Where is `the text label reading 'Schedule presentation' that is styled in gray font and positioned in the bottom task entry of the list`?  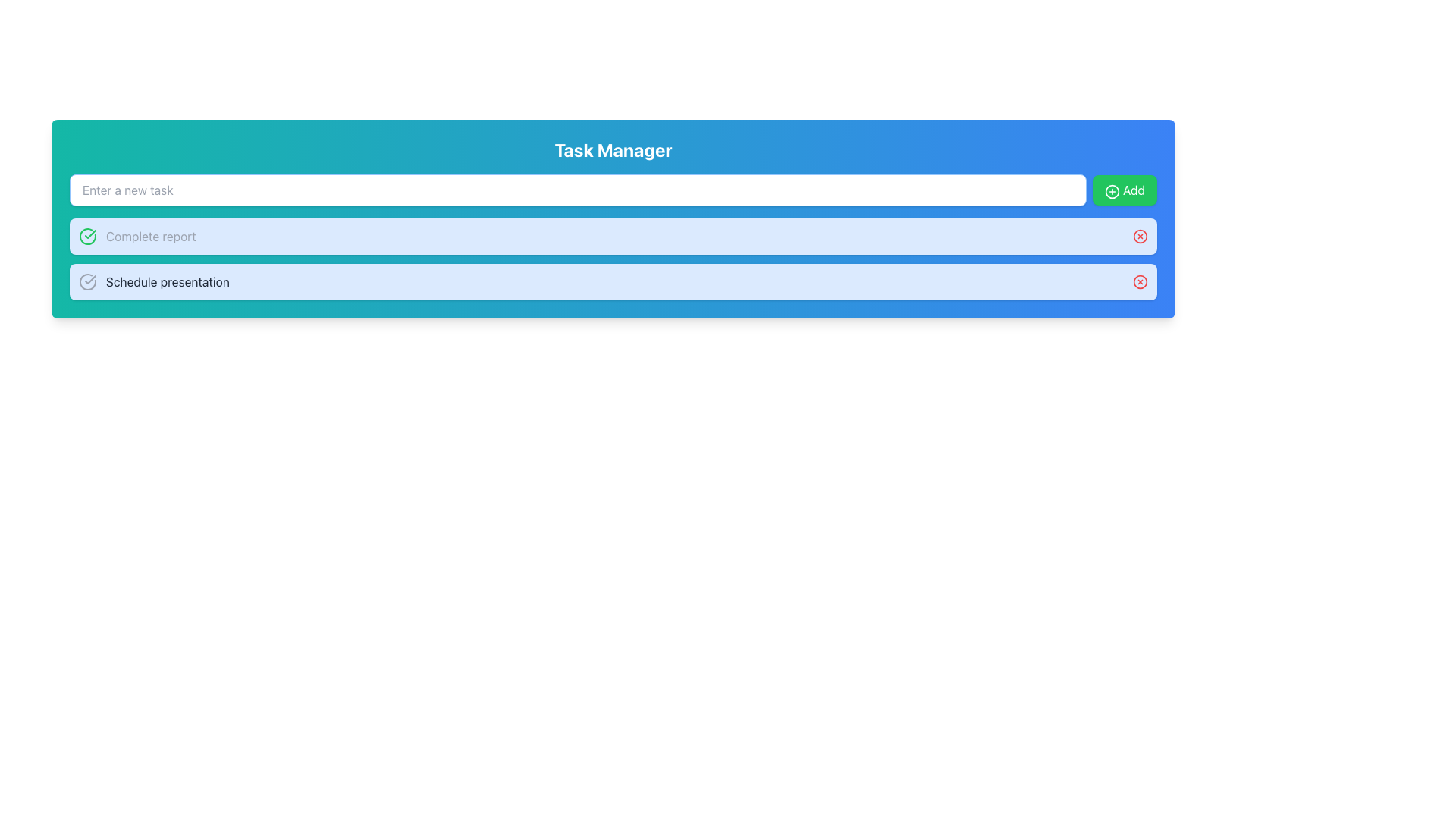 the text label reading 'Schedule presentation' that is styled in gray font and positioned in the bottom task entry of the list is located at coordinates (168, 281).